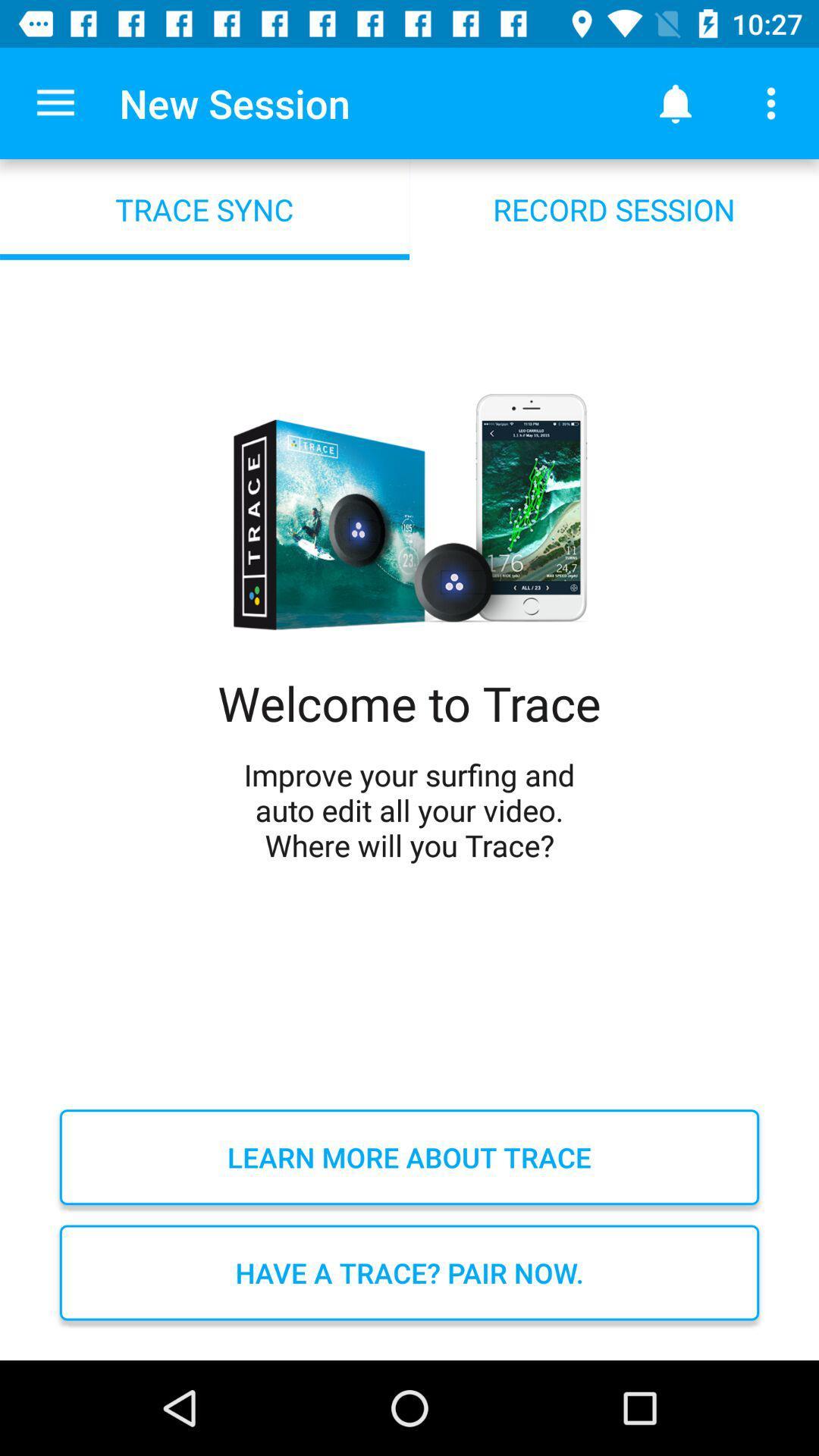  I want to click on the app to the left of new session item, so click(55, 102).